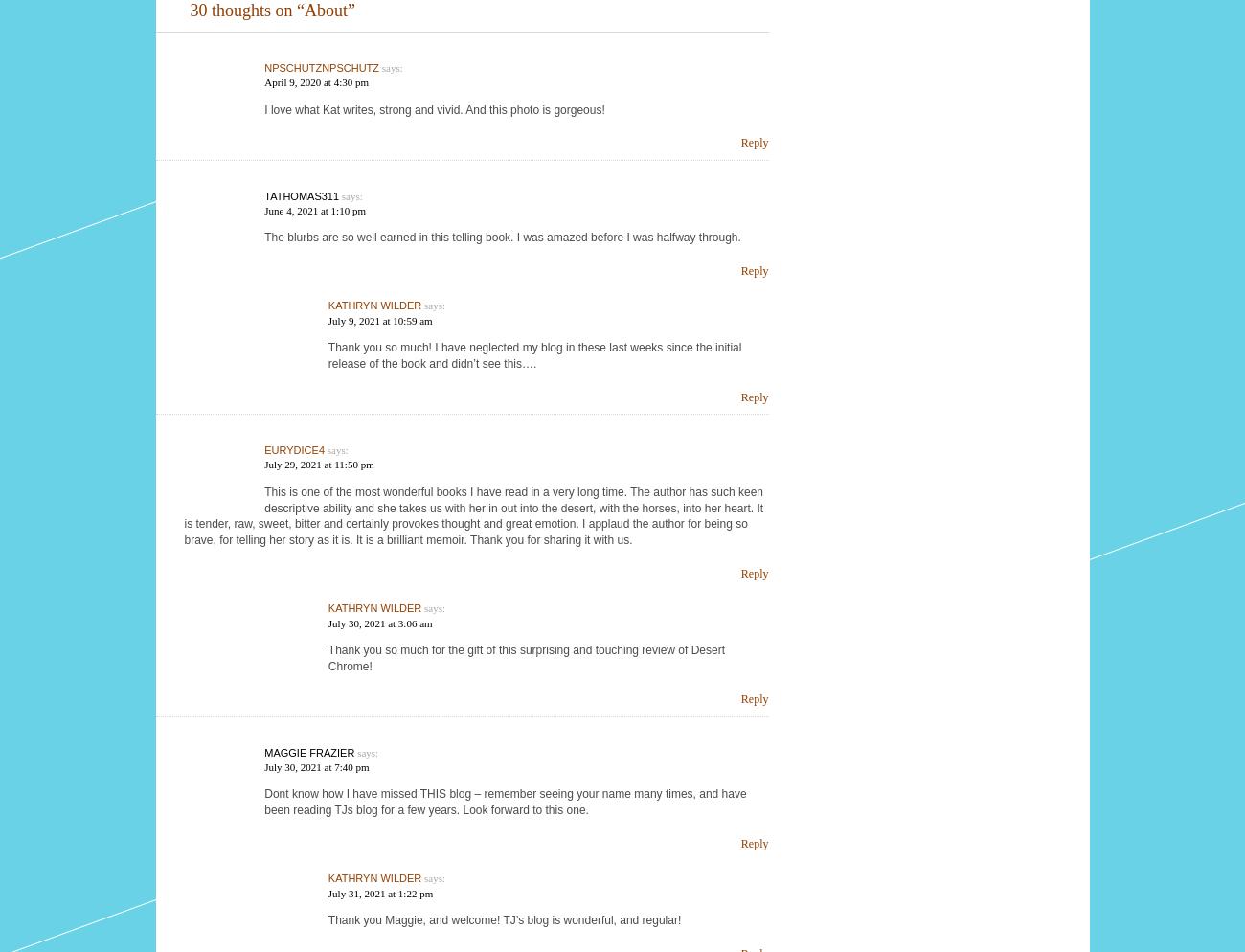 This screenshot has height=952, width=1245. I want to click on 'July 30, 2021 at 3:06 am', so click(379, 622).